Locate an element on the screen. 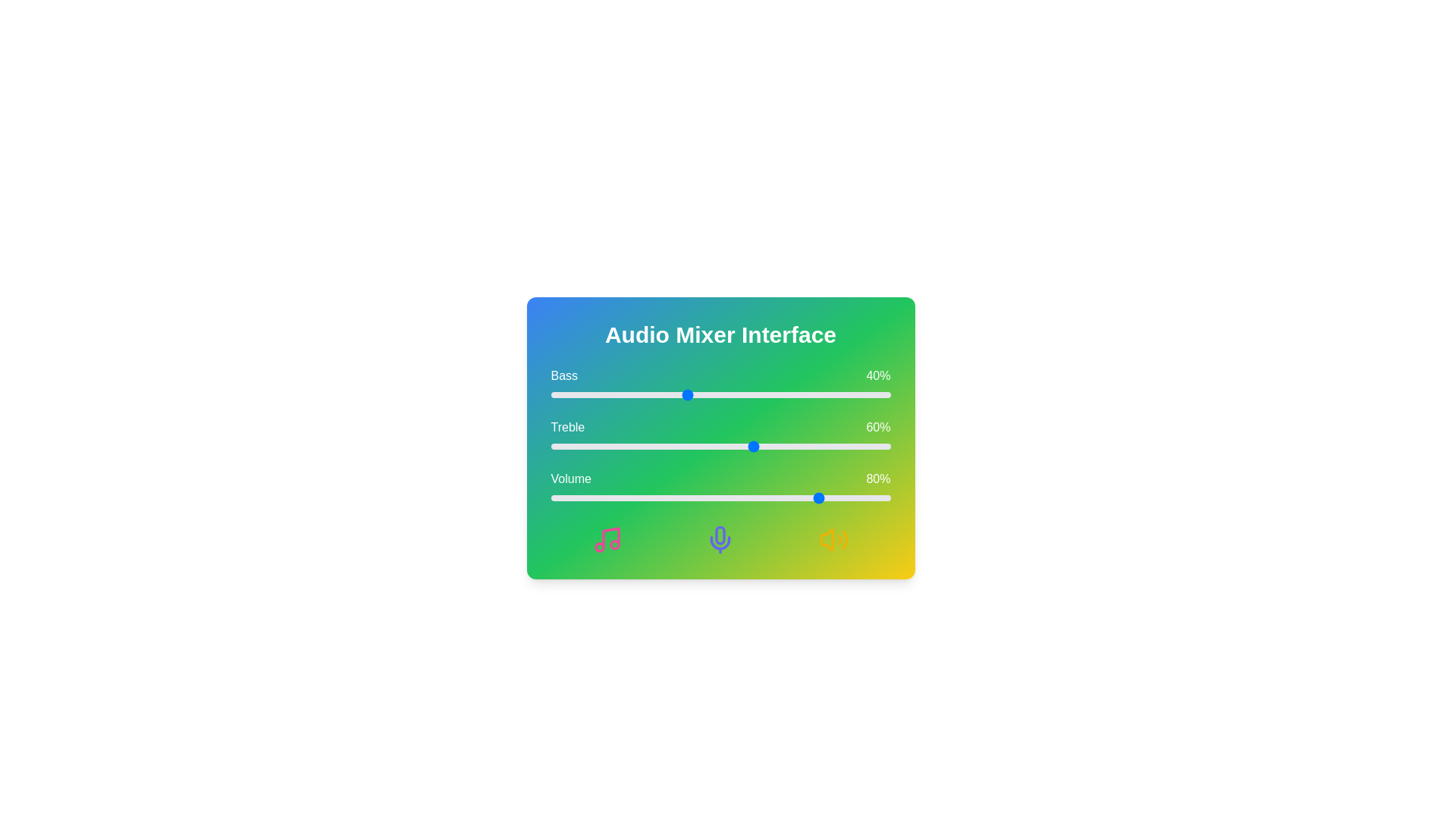 The image size is (1456, 819). the Treble slider to 1% is located at coordinates (553, 446).